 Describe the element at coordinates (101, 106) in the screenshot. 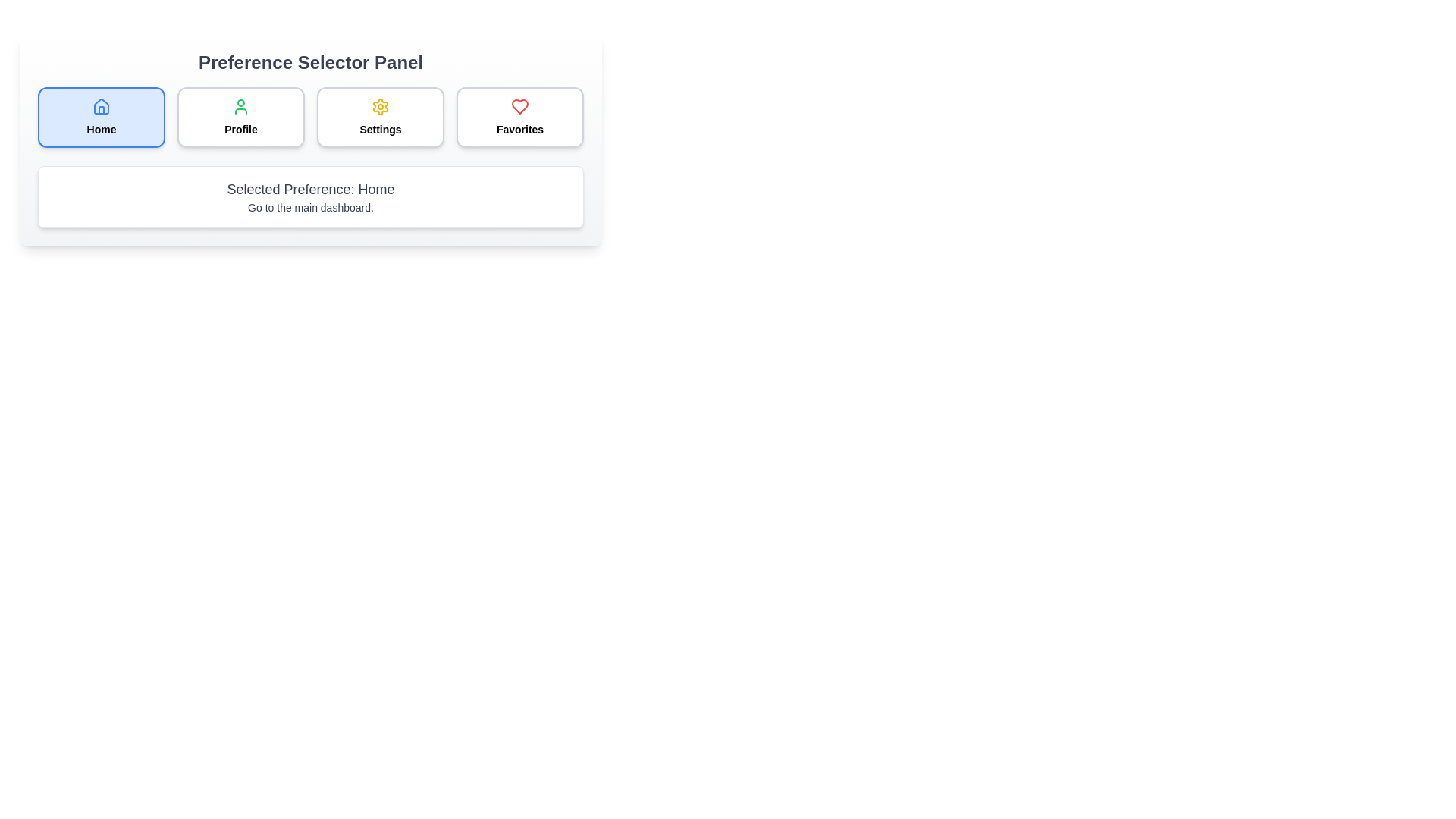

I see `the small blue house icon located in the first card labeled 'Home' in the preference selector panel` at that location.